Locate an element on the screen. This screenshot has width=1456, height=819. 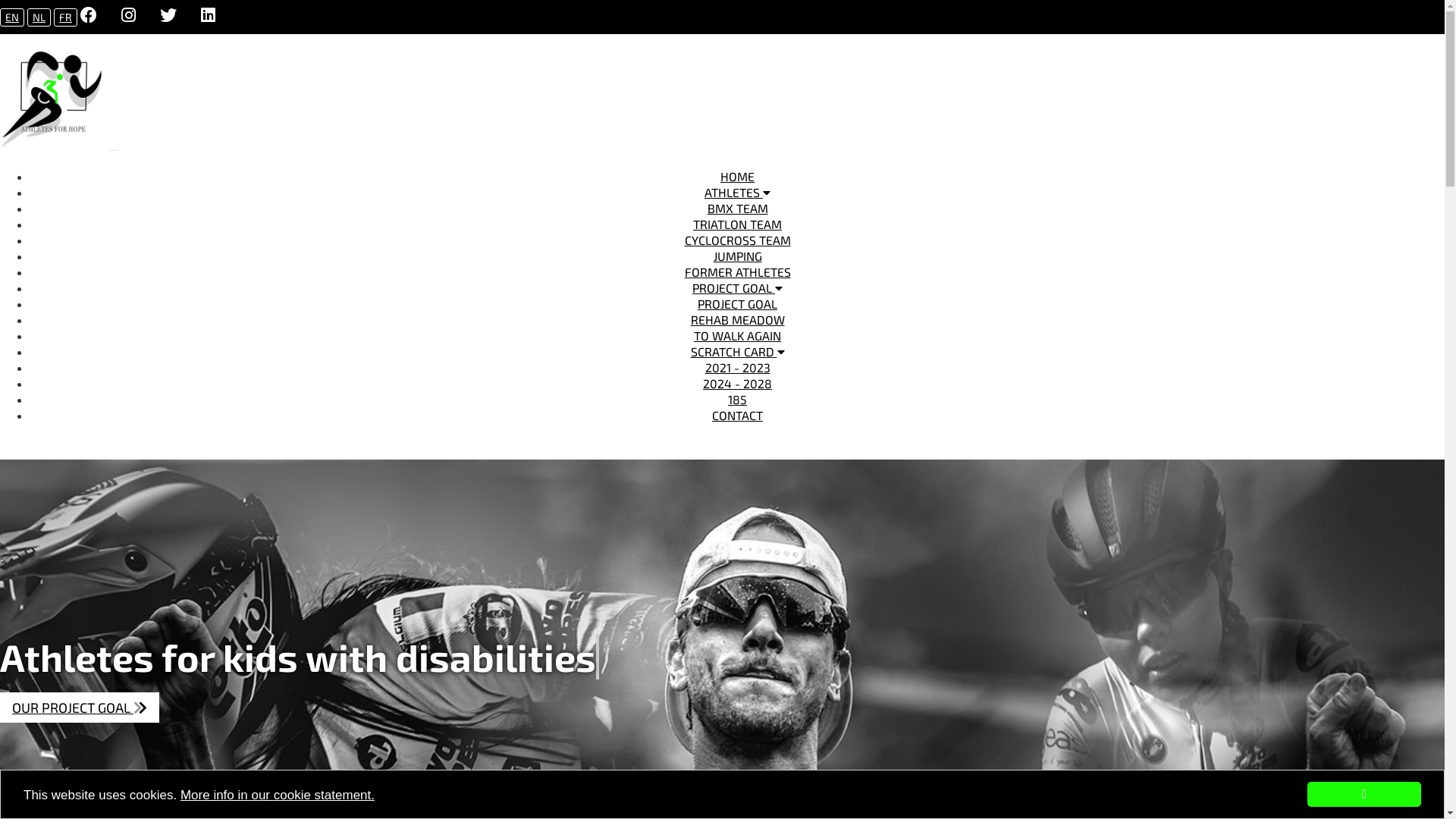
'EN' is located at coordinates (0, 17).